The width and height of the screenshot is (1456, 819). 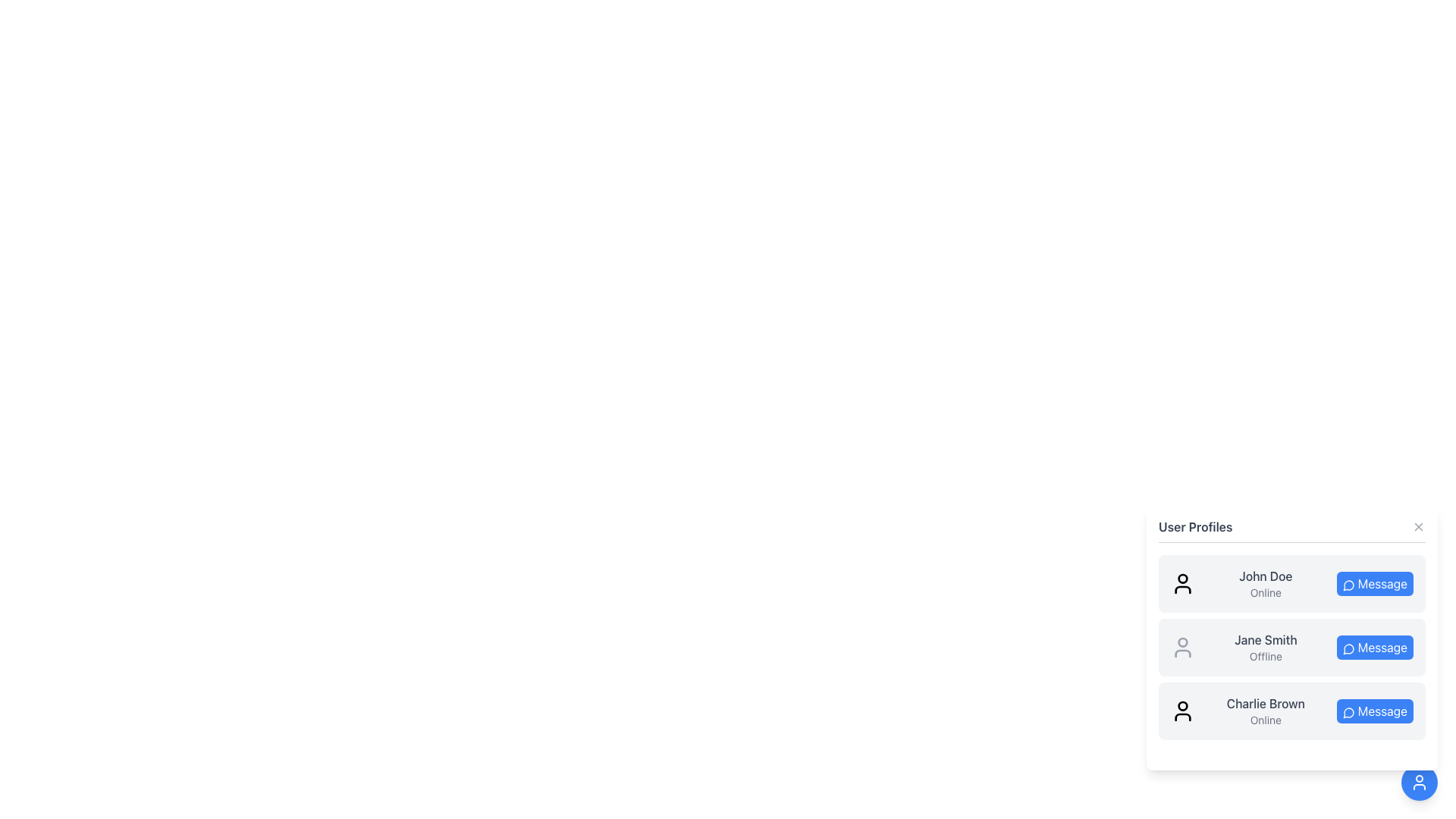 I want to click on the user name text label located at the topmost entry in the user profiles list, positioned to the right of the user icon and above the 'Online' text, so click(x=1266, y=576).